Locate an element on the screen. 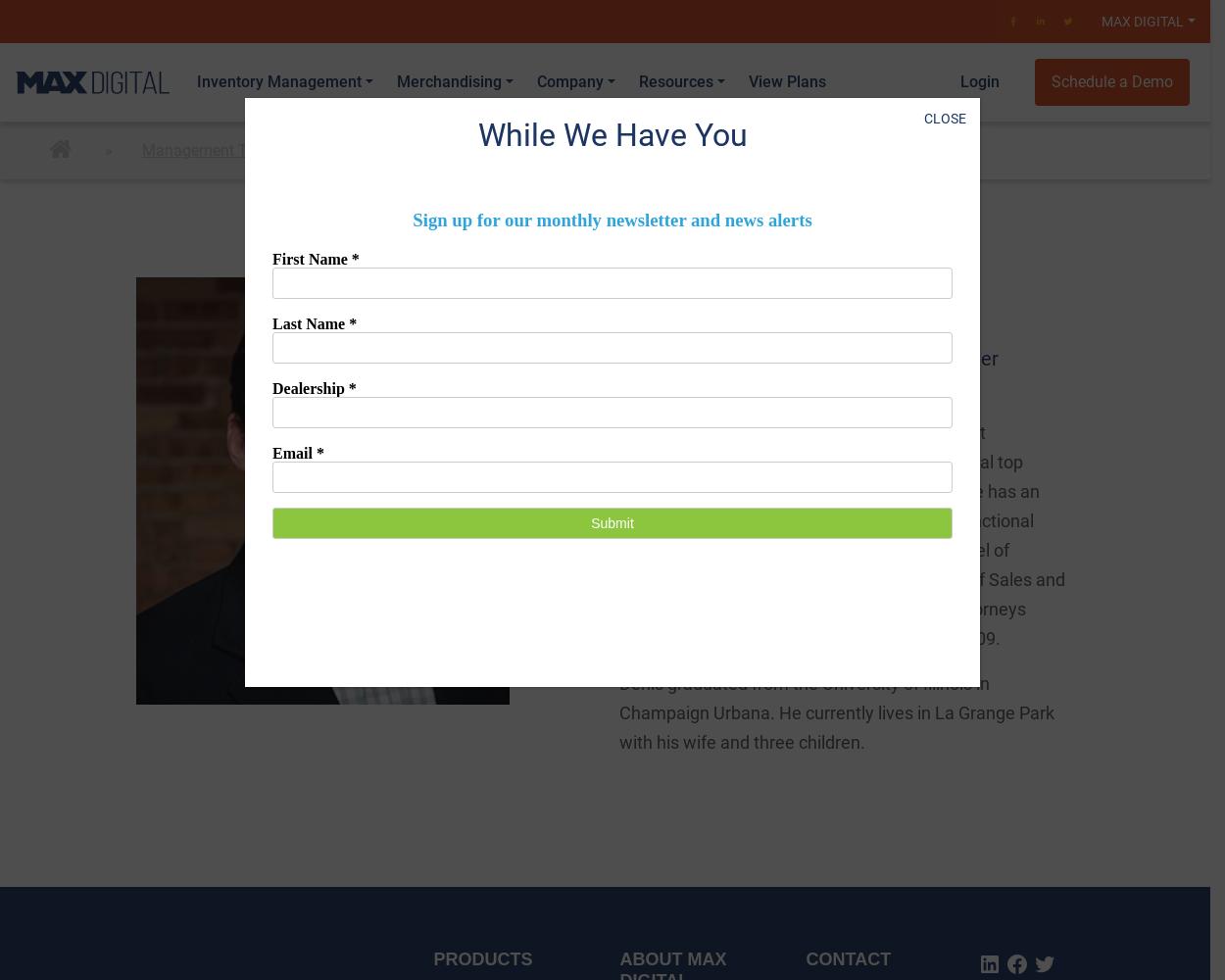 The image size is (1225, 980). 'Denis graduated from the University of Illinois in Champaign Urbana. He currently lives in La Grange Park with his wife and three children.' is located at coordinates (836, 711).